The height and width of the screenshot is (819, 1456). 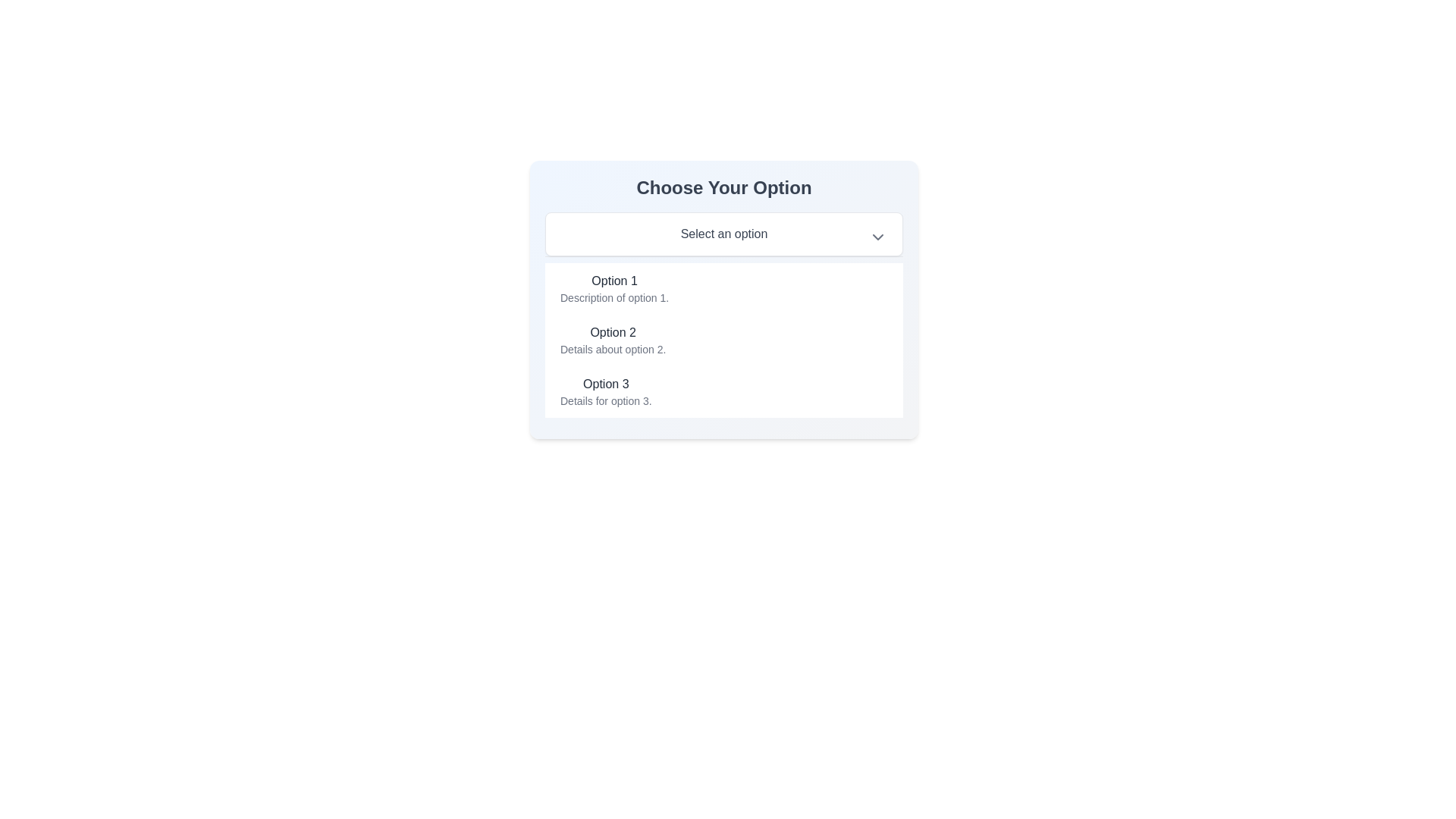 I want to click on the text label displaying 'Details about option 2.' which is located below 'Option 2' in the dropdown menu area, so click(x=613, y=350).